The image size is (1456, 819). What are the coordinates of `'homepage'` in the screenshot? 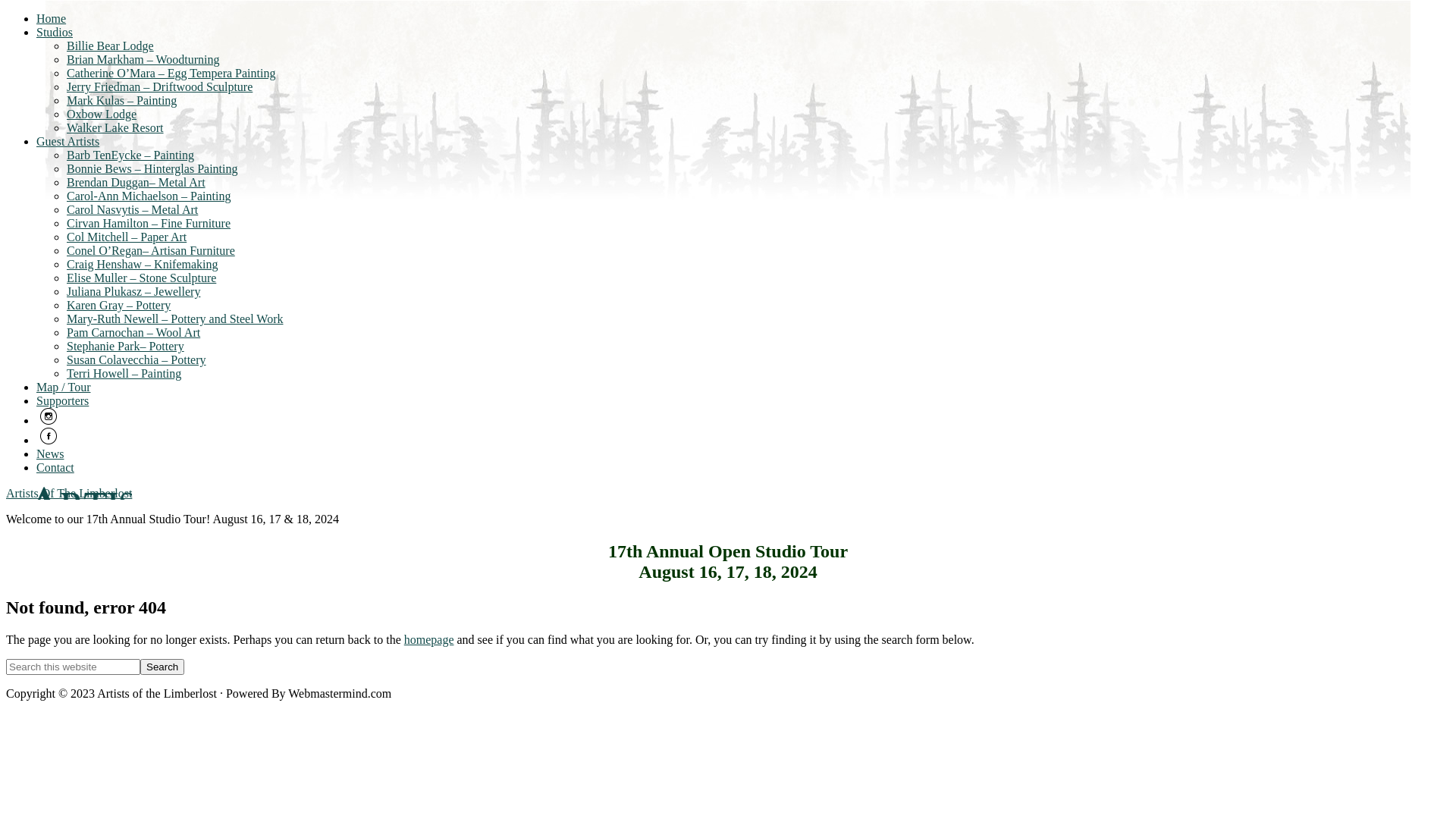 It's located at (428, 639).